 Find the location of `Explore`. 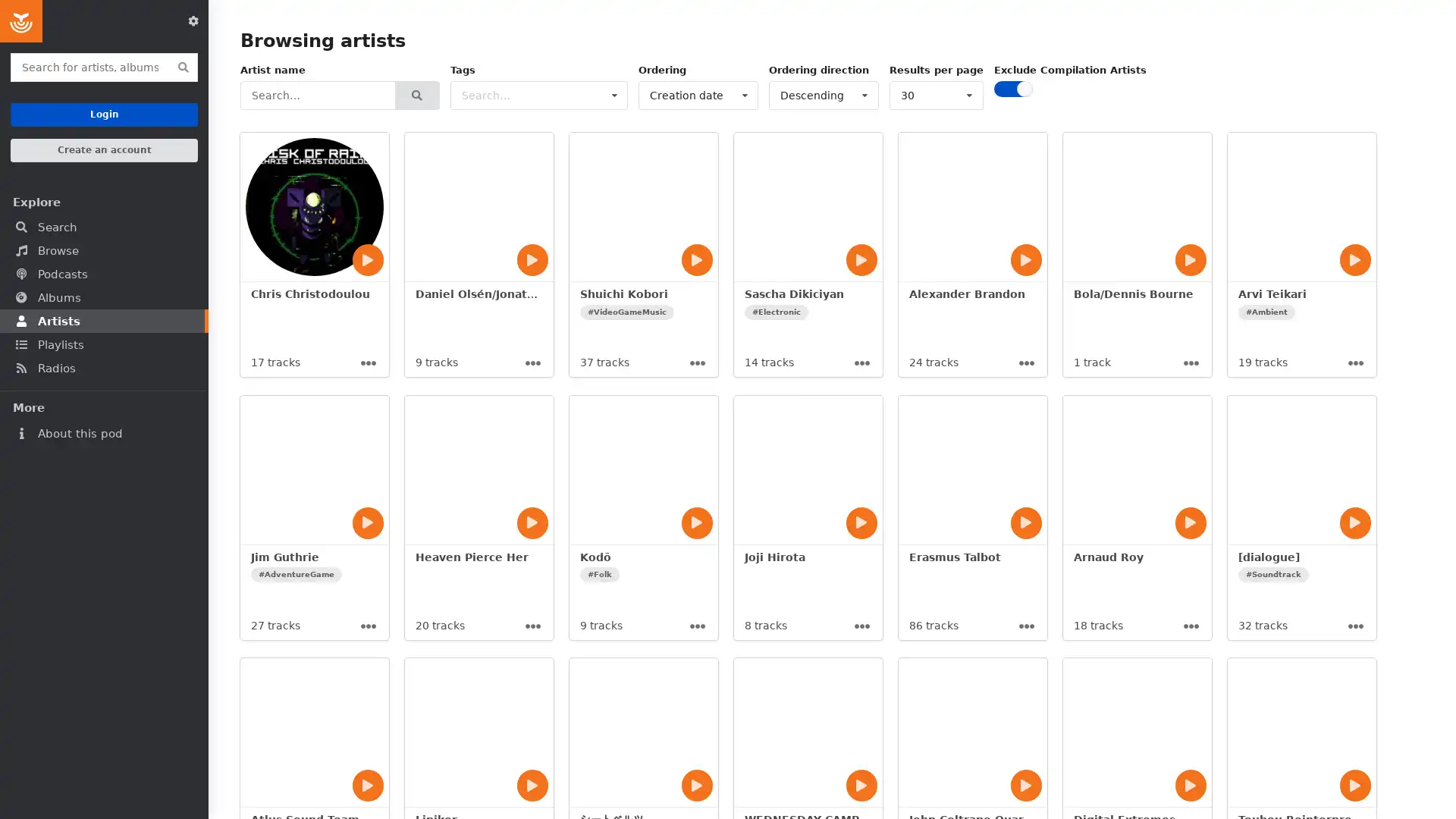

Explore is located at coordinates (103, 201).